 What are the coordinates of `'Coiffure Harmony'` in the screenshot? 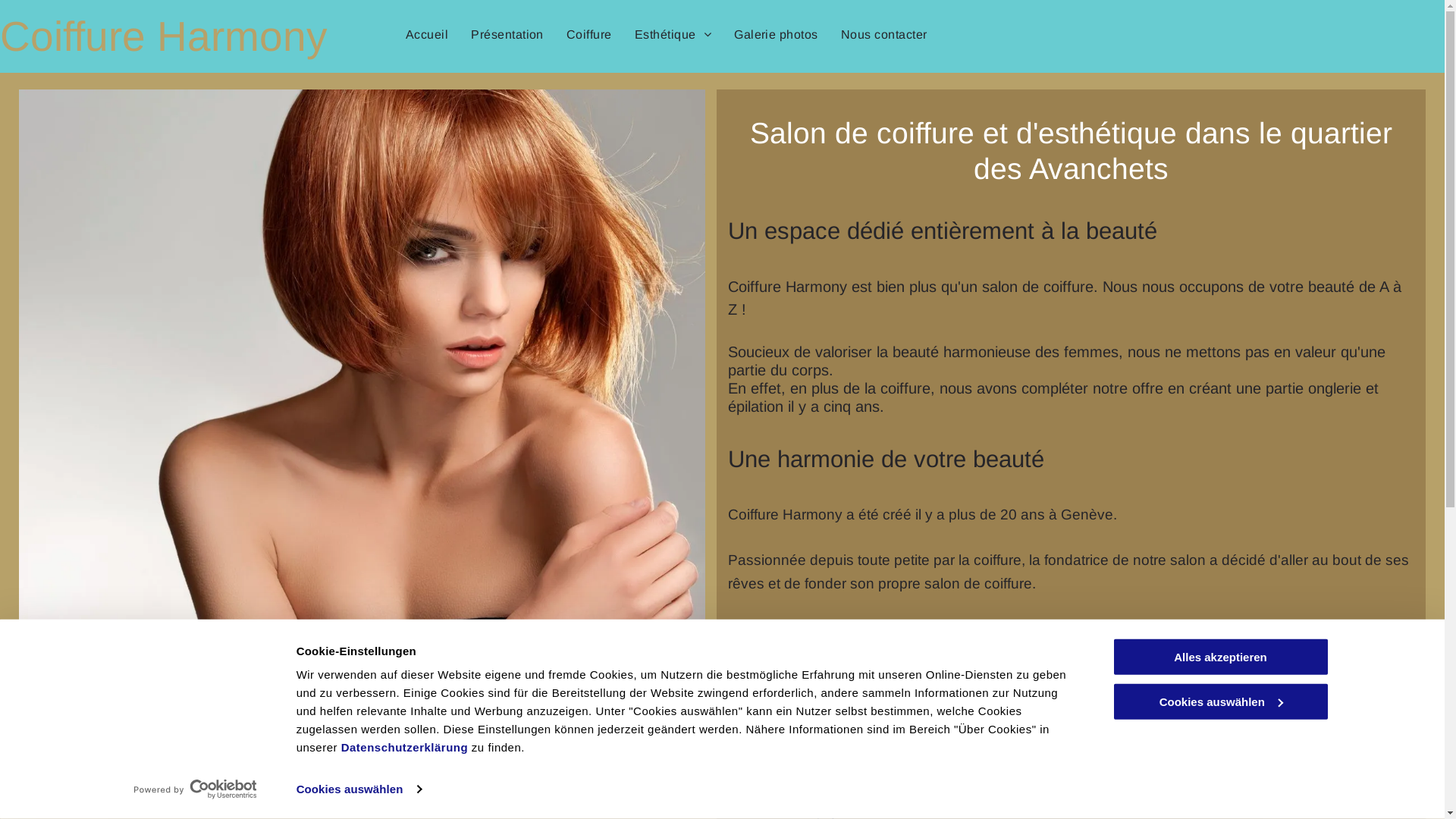 It's located at (164, 35).